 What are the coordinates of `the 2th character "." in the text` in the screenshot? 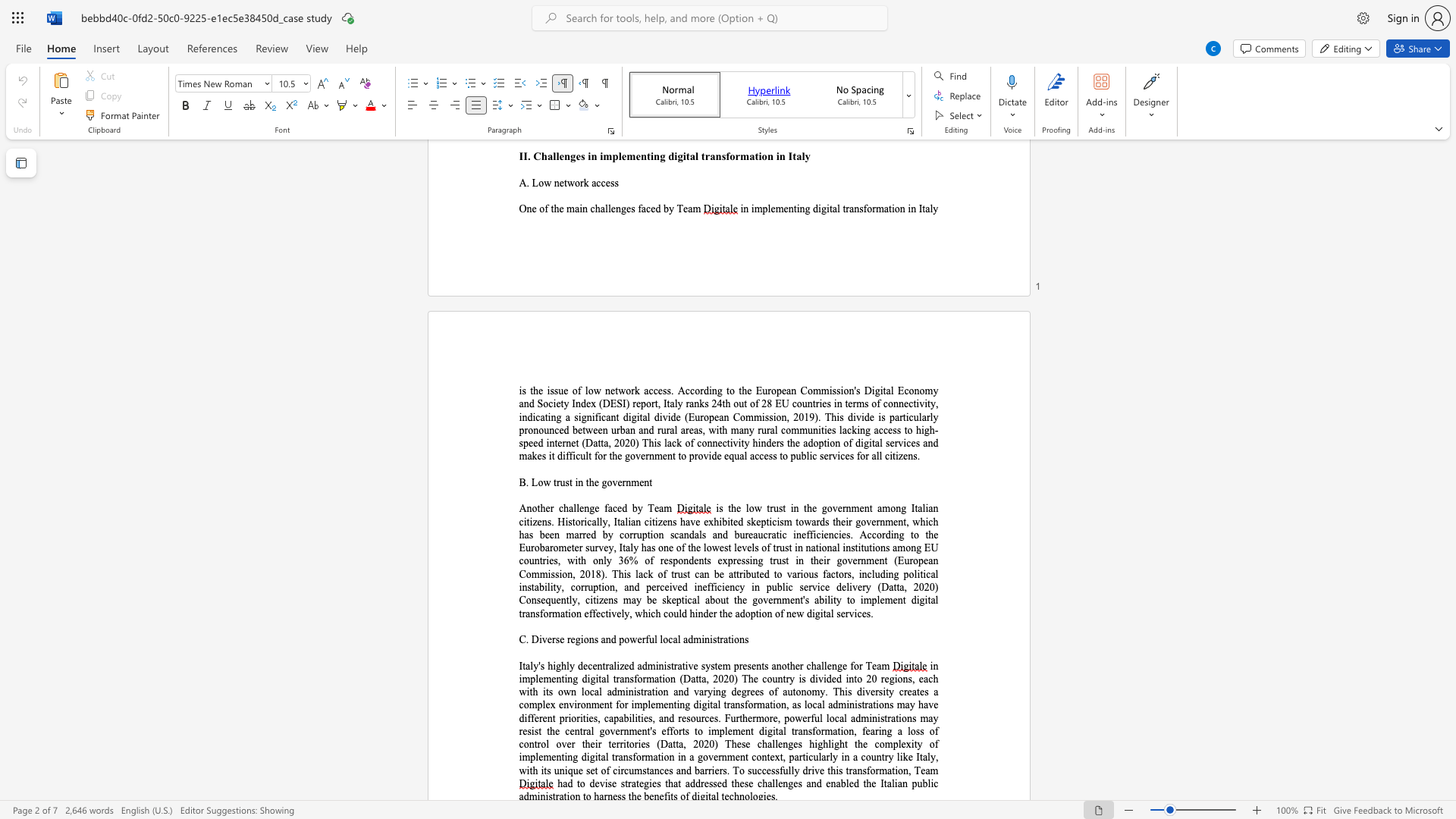 It's located at (605, 574).